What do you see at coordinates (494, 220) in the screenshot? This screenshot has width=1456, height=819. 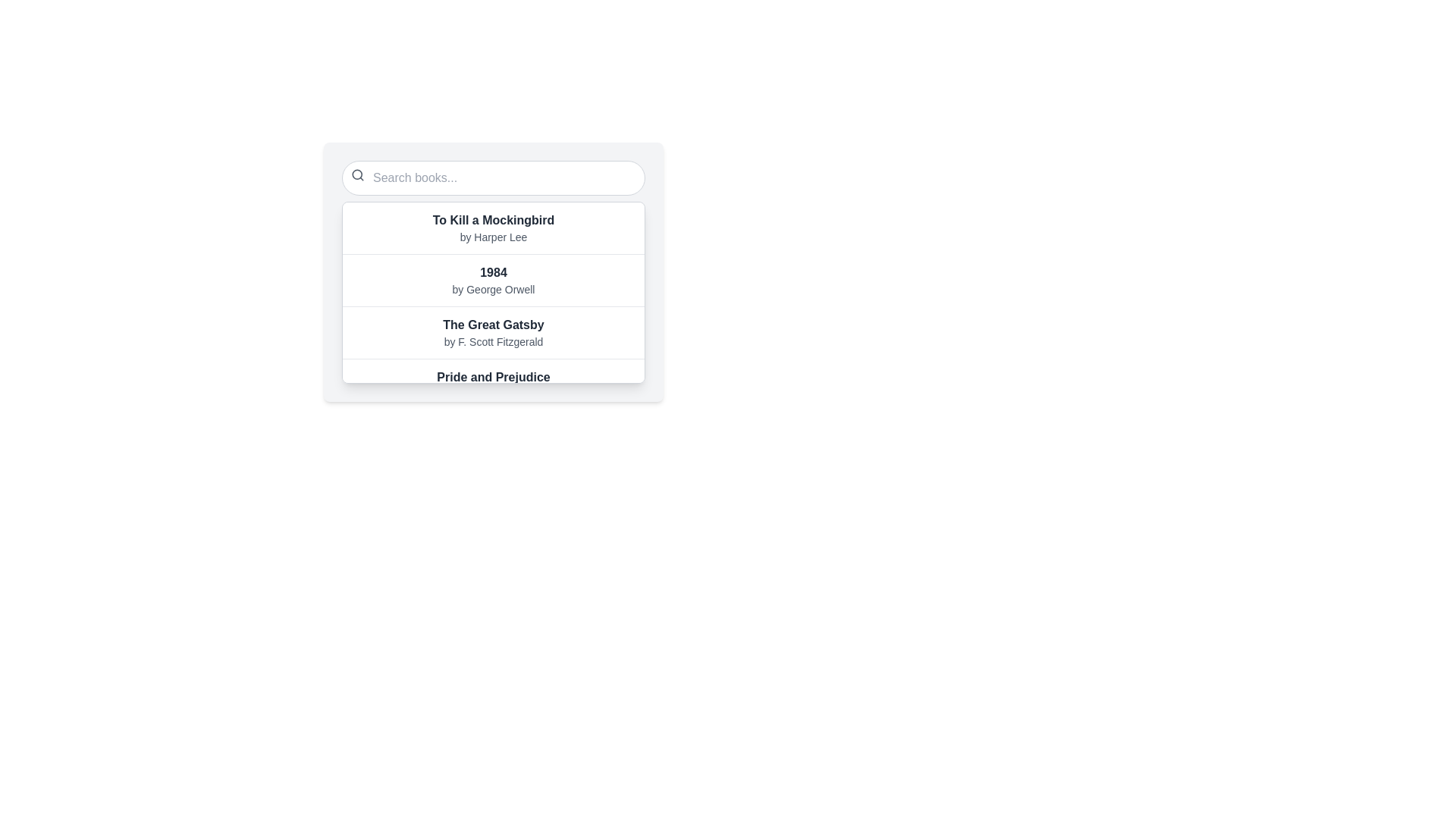 I see `the text label displaying 'To Kill a Mockingbird' which is styled in bold and located at the top of the book entry list` at bounding box center [494, 220].